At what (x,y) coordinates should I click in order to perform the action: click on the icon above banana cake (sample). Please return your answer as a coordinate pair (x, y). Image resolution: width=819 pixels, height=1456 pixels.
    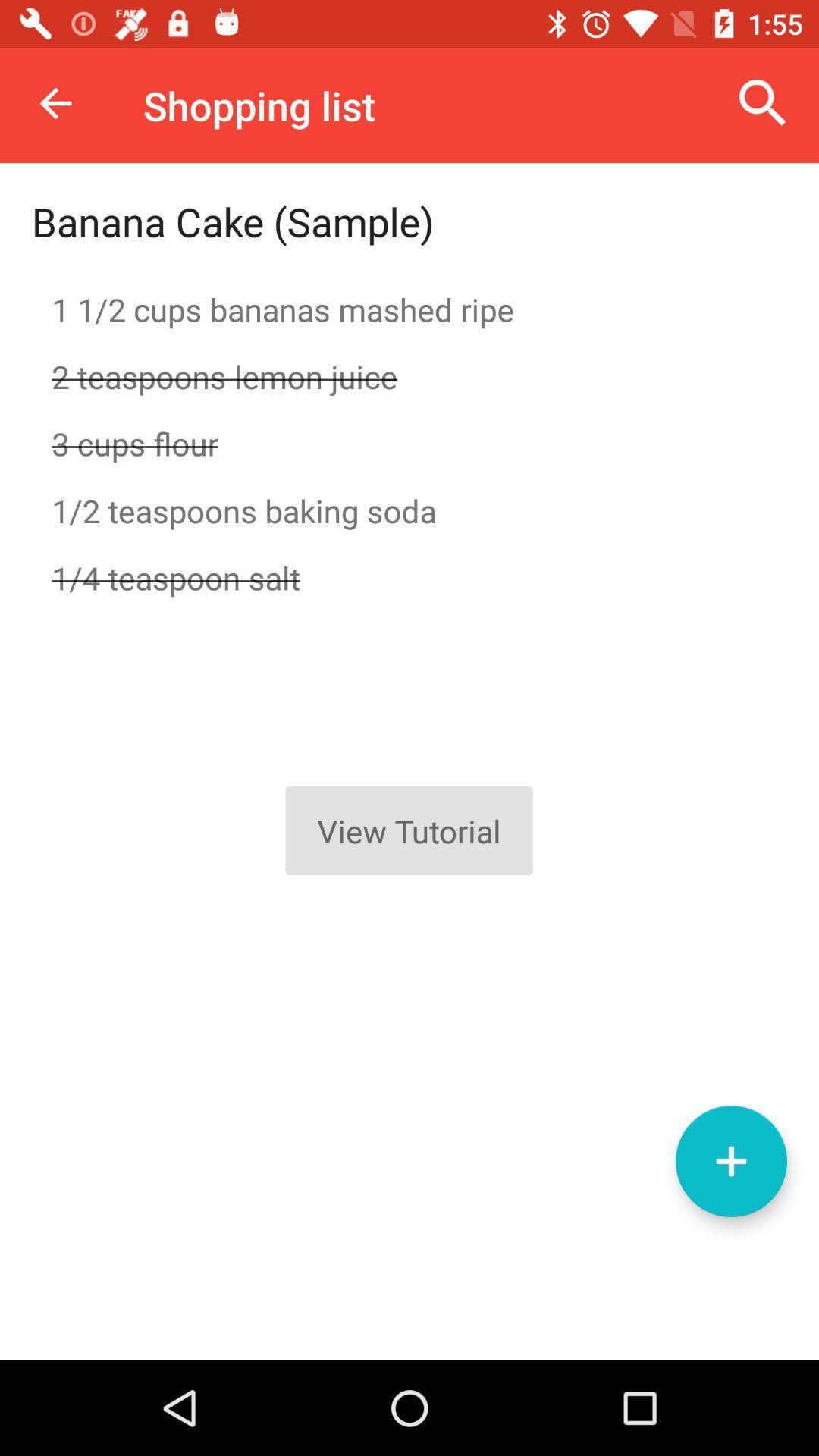
    Looking at the image, I should click on (55, 102).